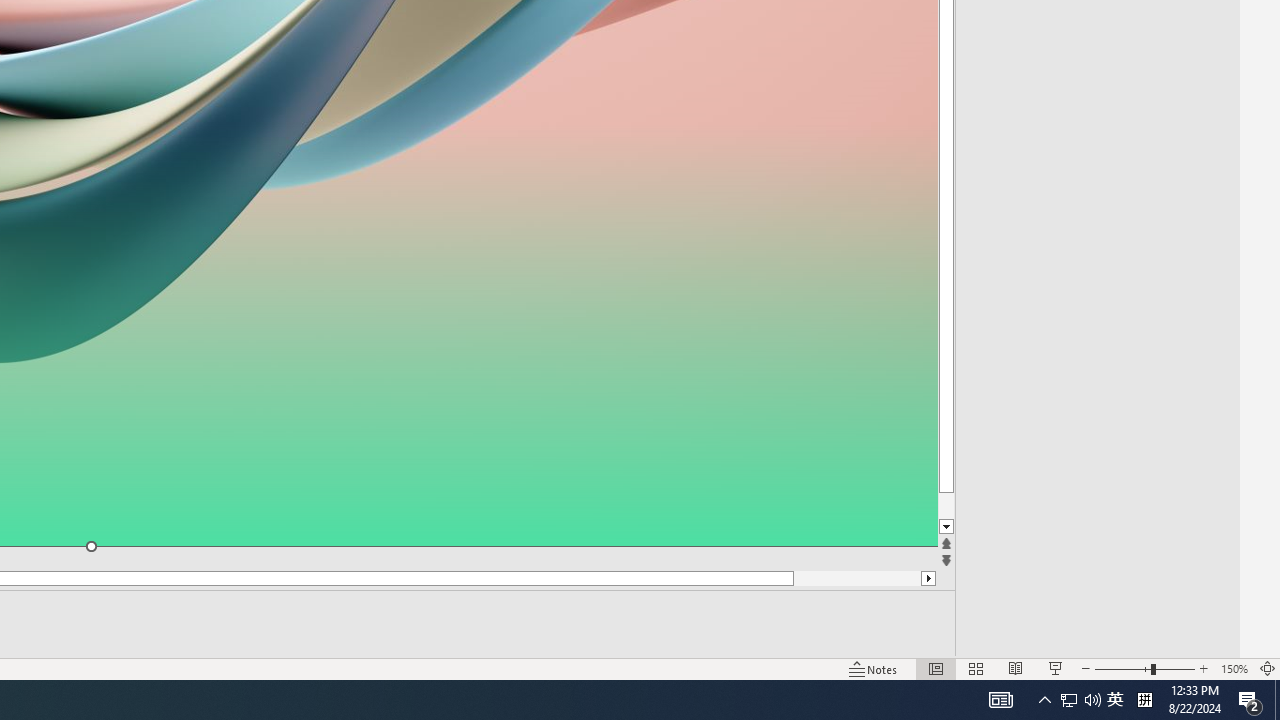 Image resolution: width=1280 pixels, height=720 pixels. I want to click on 'Zoom Out', so click(1122, 669).